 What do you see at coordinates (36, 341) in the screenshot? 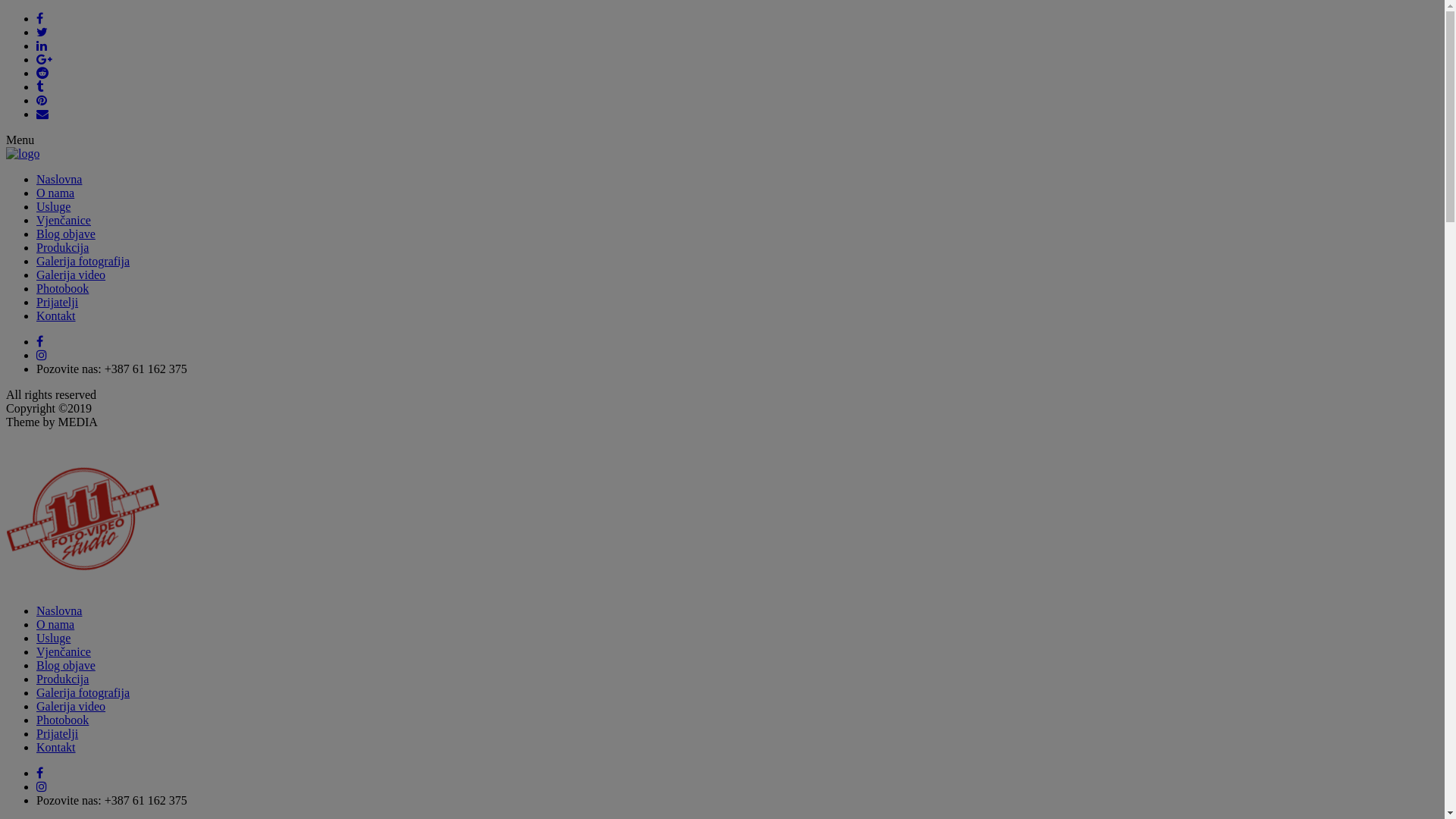
I see `'Facebook'` at bounding box center [36, 341].